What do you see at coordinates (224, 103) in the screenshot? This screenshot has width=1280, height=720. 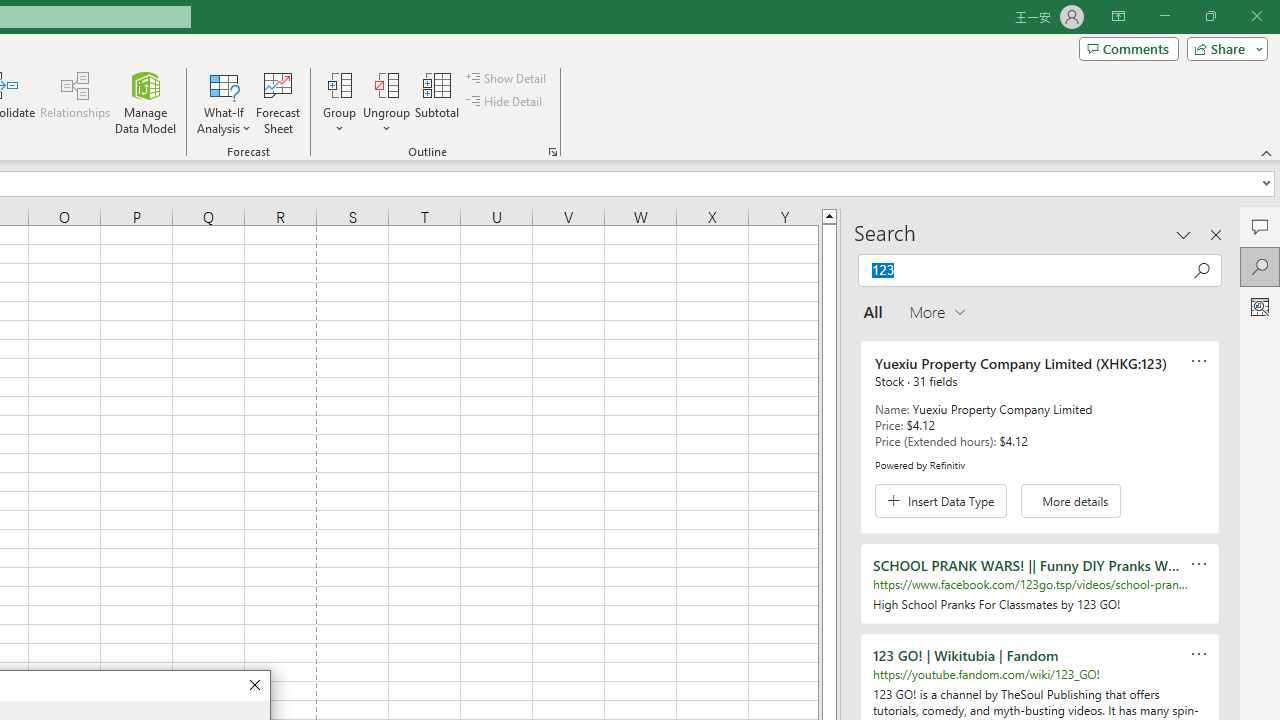 I see `'What-If Analysis'` at bounding box center [224, 103].